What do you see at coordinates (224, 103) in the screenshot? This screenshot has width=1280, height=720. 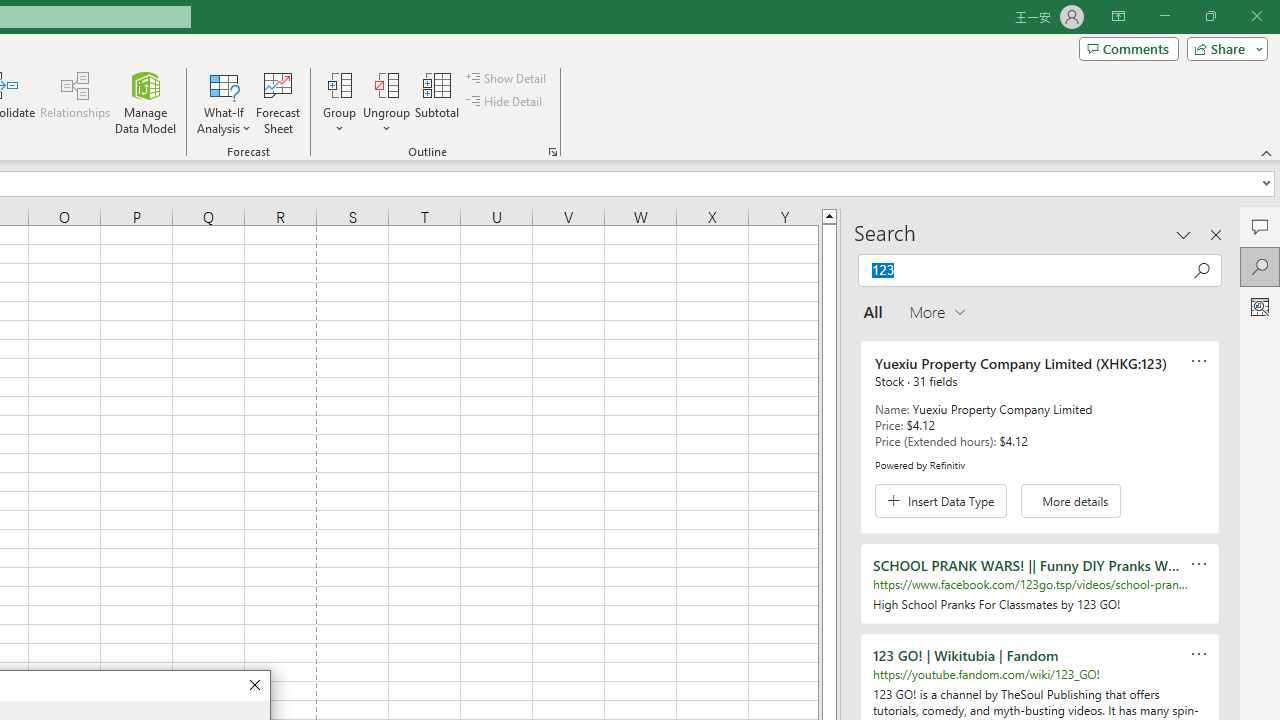 I see `'What-If Analysis'` at bounding box center [224, 103].